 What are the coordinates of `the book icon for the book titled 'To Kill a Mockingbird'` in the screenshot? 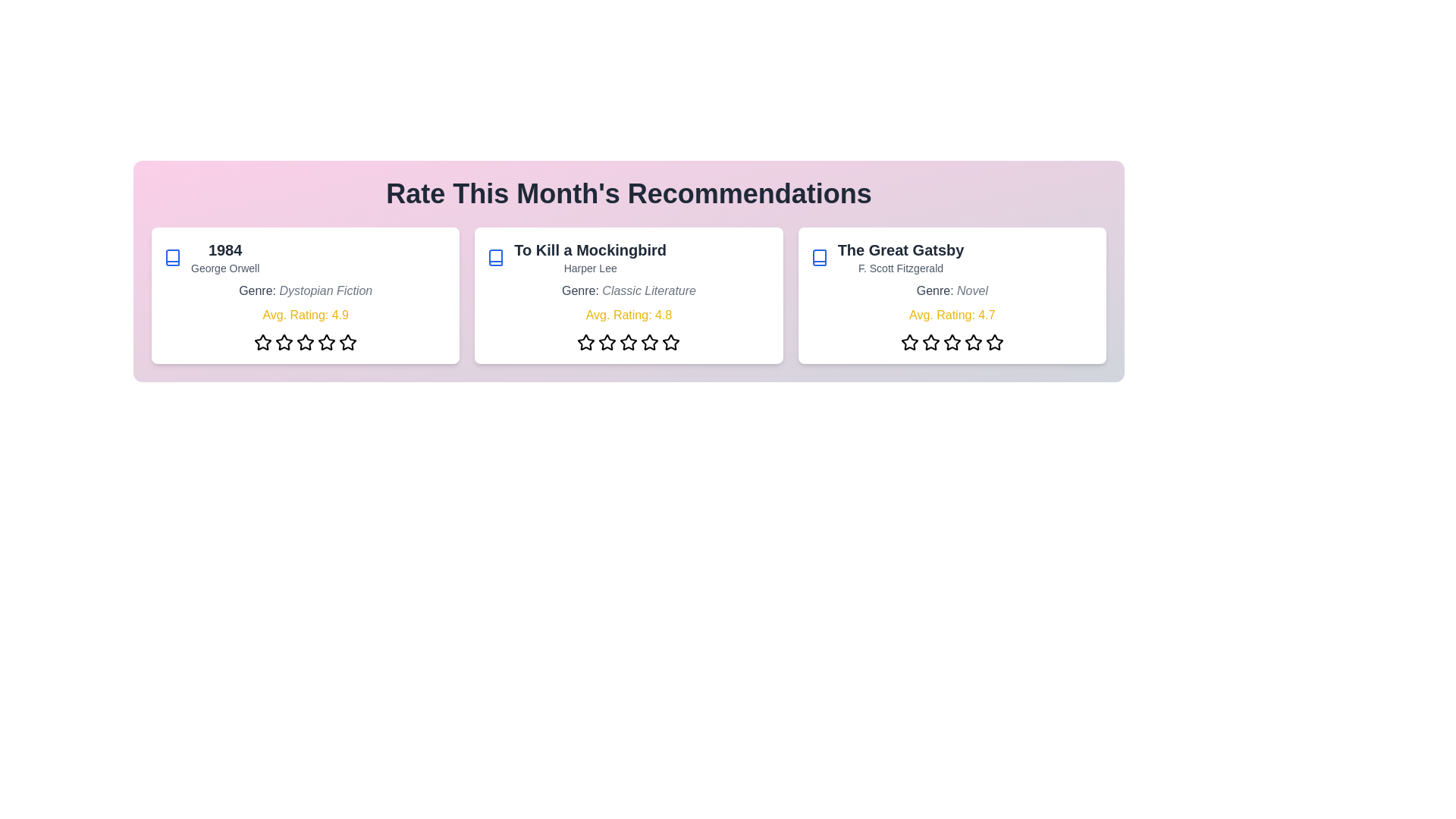 It's located at (495, 256).